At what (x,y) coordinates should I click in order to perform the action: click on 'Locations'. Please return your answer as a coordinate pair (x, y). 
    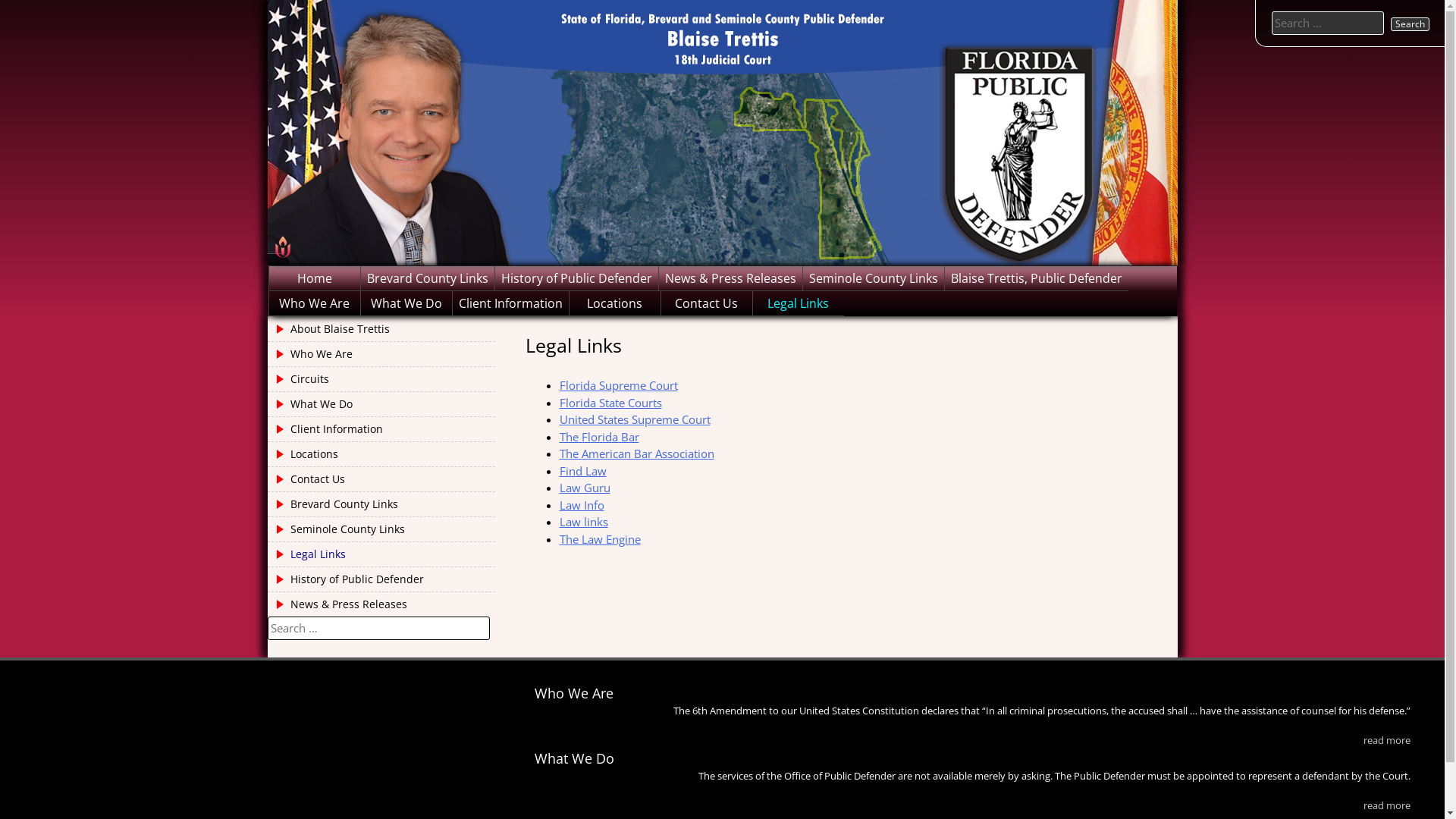
    Looking at the image, I should click on (614, 303).